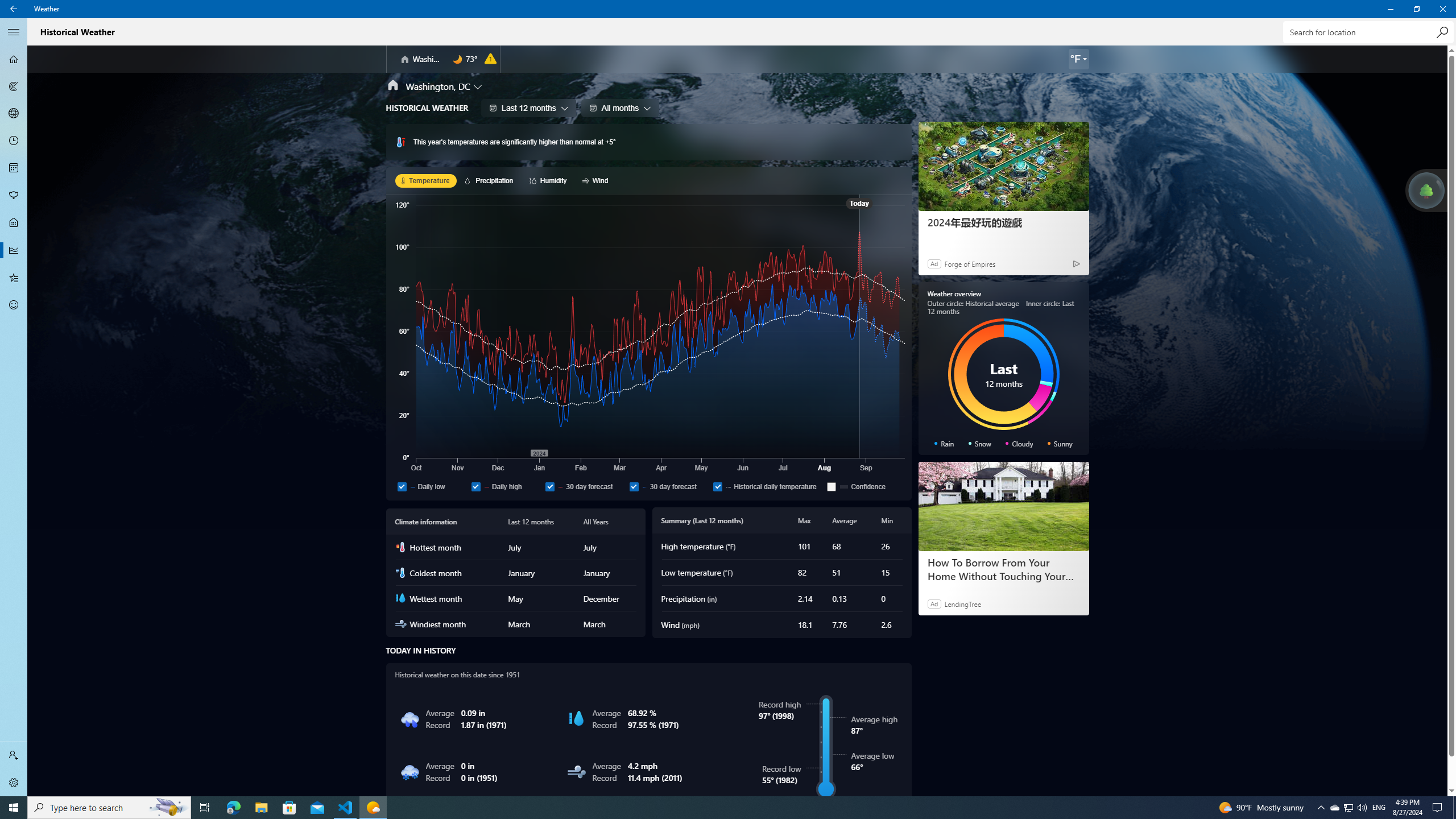 Image resolution: width=1456 pixels, height=819 pixels. What do you see at coordinates (14, 305) in the screenshot?
I see `'Send Feedback - Not Selected'` at bounding box center [14, 305].